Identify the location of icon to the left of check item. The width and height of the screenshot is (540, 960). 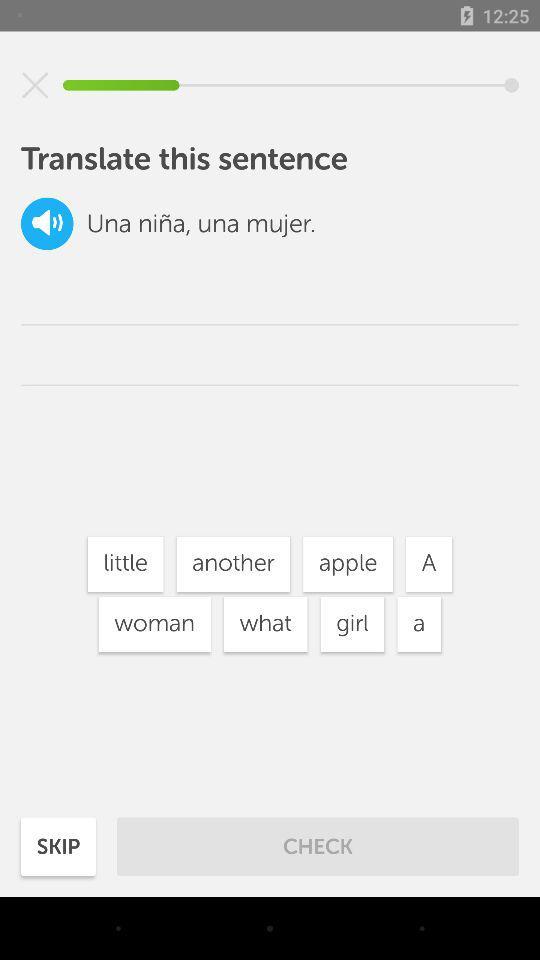
(58, 845).